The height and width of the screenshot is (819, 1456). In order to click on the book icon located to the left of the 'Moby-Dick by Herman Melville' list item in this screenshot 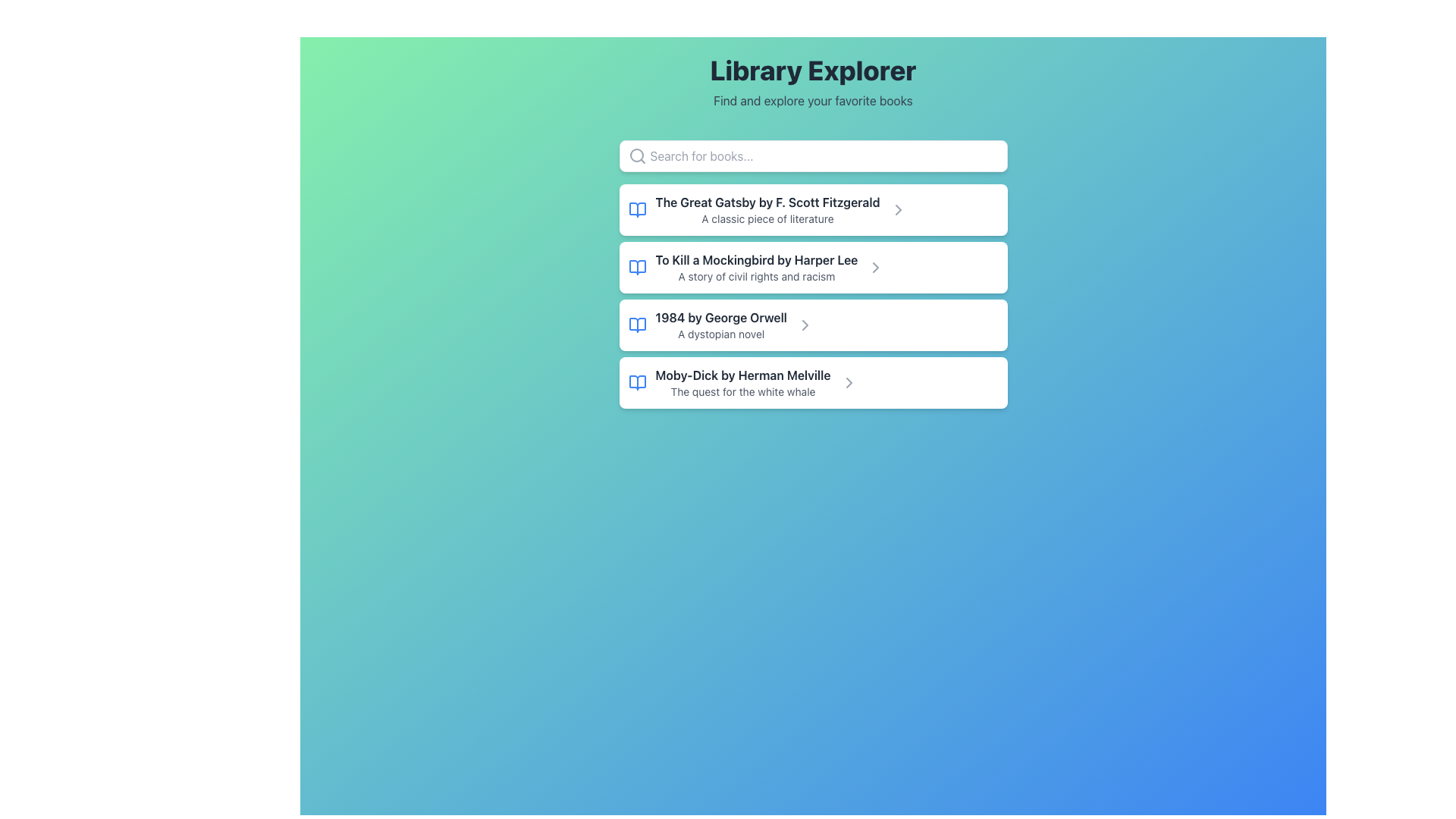, I will do `click(637, 382)`.